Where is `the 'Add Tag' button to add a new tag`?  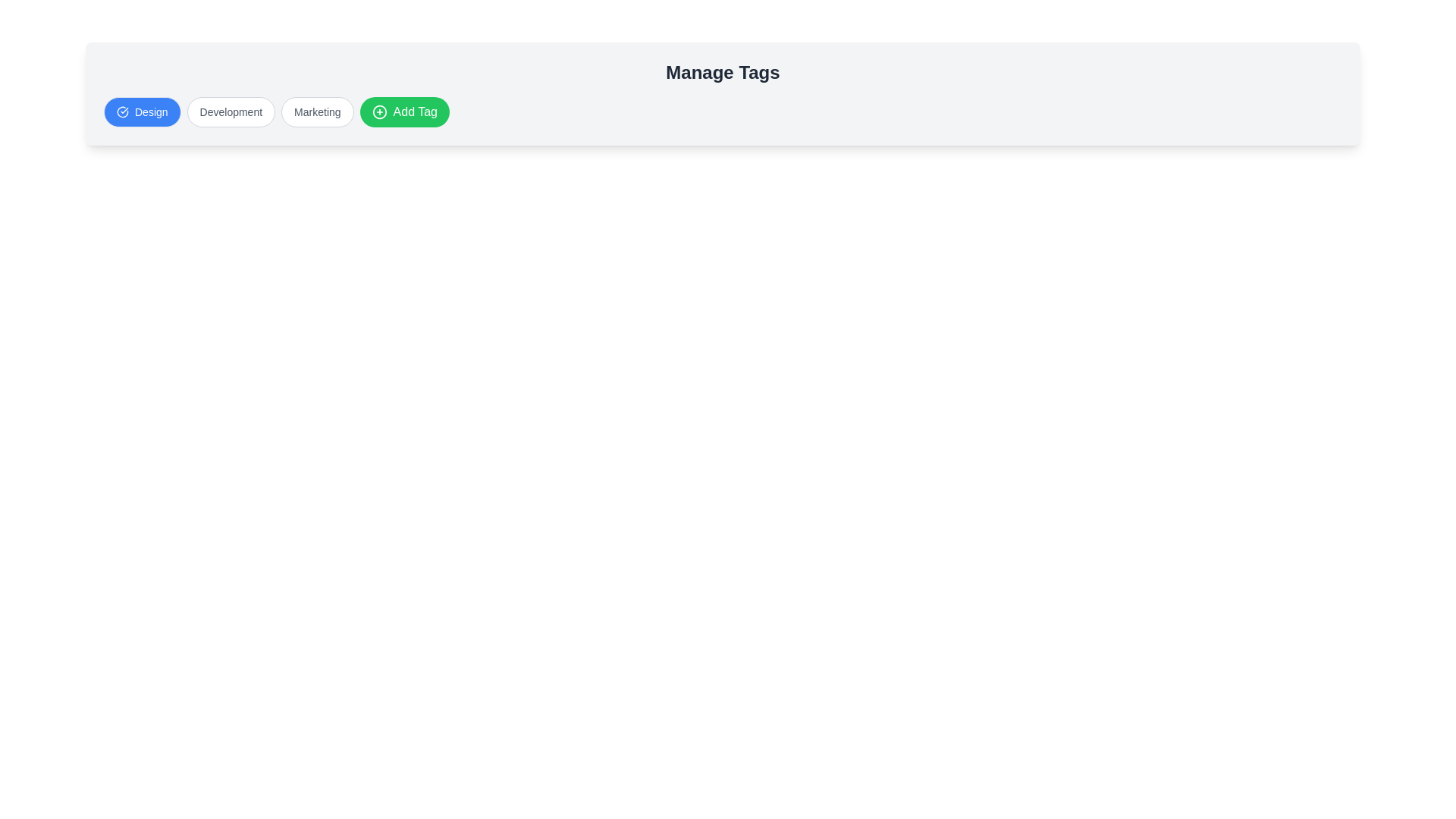
the 'Add Tag' button to add a new tag is located at coordinates (404, 111).